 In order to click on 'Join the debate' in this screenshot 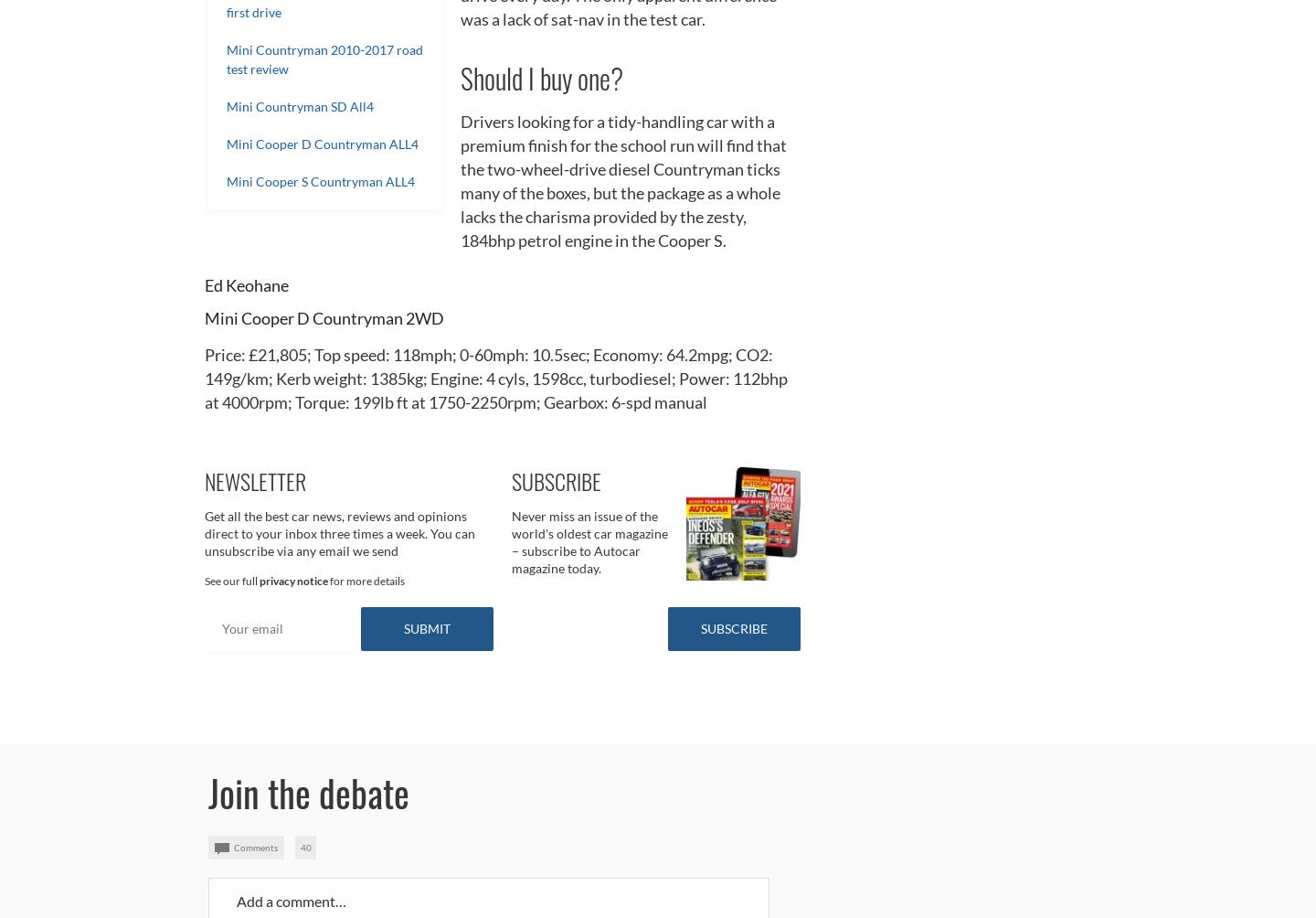, I will do `click(308, 794)`.